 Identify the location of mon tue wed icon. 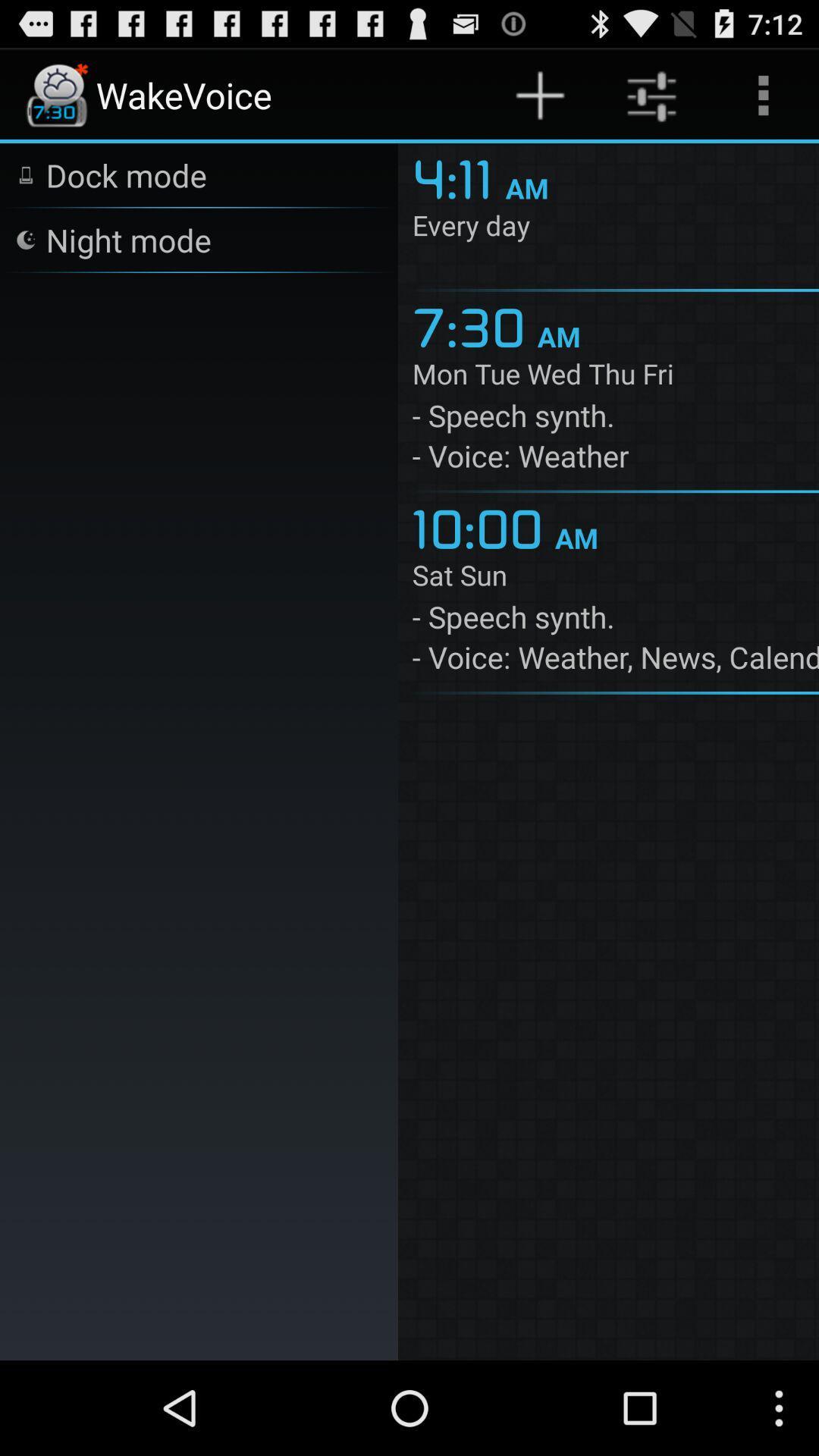
(615, 377).